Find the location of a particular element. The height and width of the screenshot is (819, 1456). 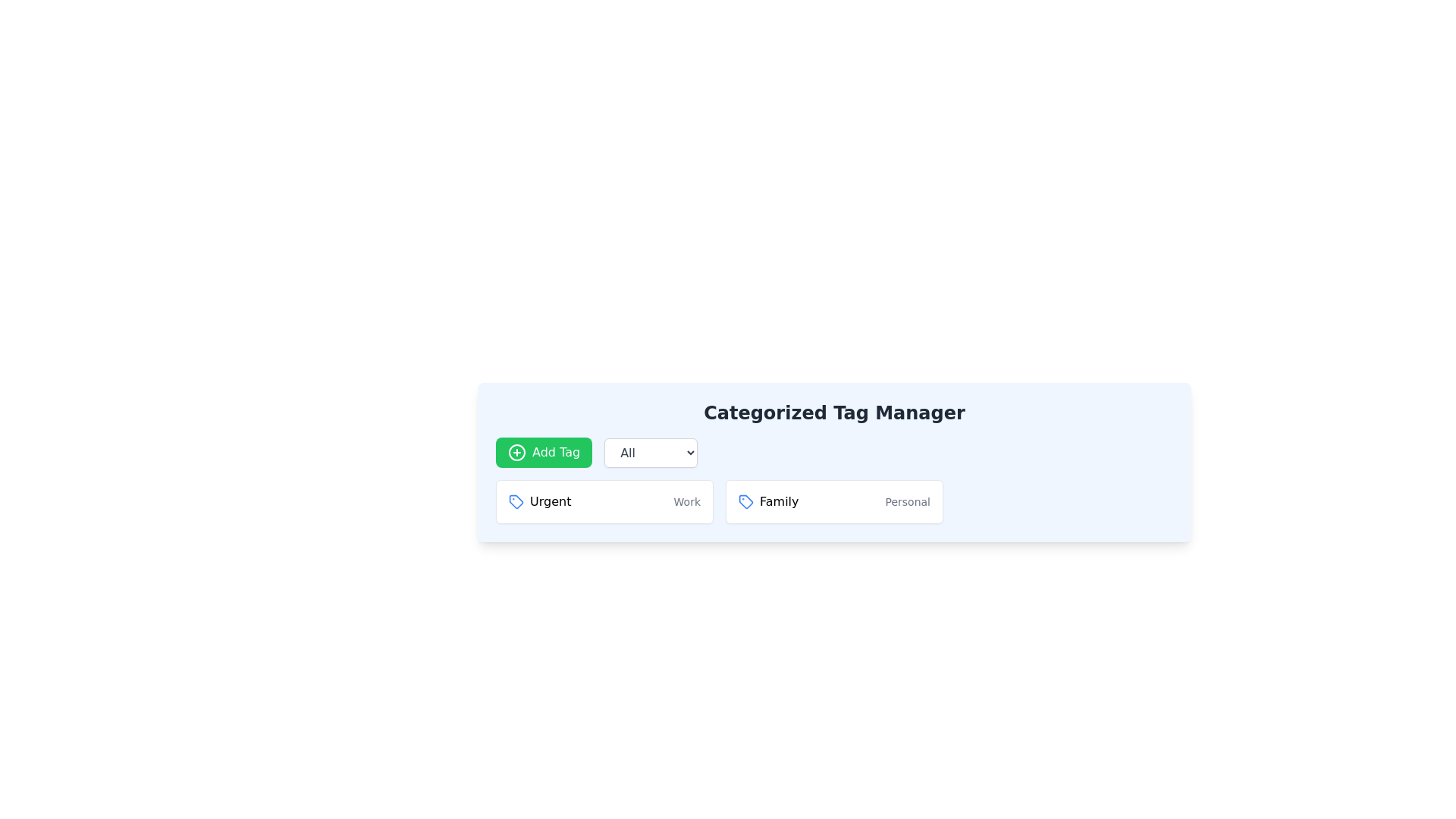

the appearance of the small tag icon with a blue outline located to the left of the label 'Family' in the 'Categorized Tag Manager' UI is located at coordinates (745, 502).